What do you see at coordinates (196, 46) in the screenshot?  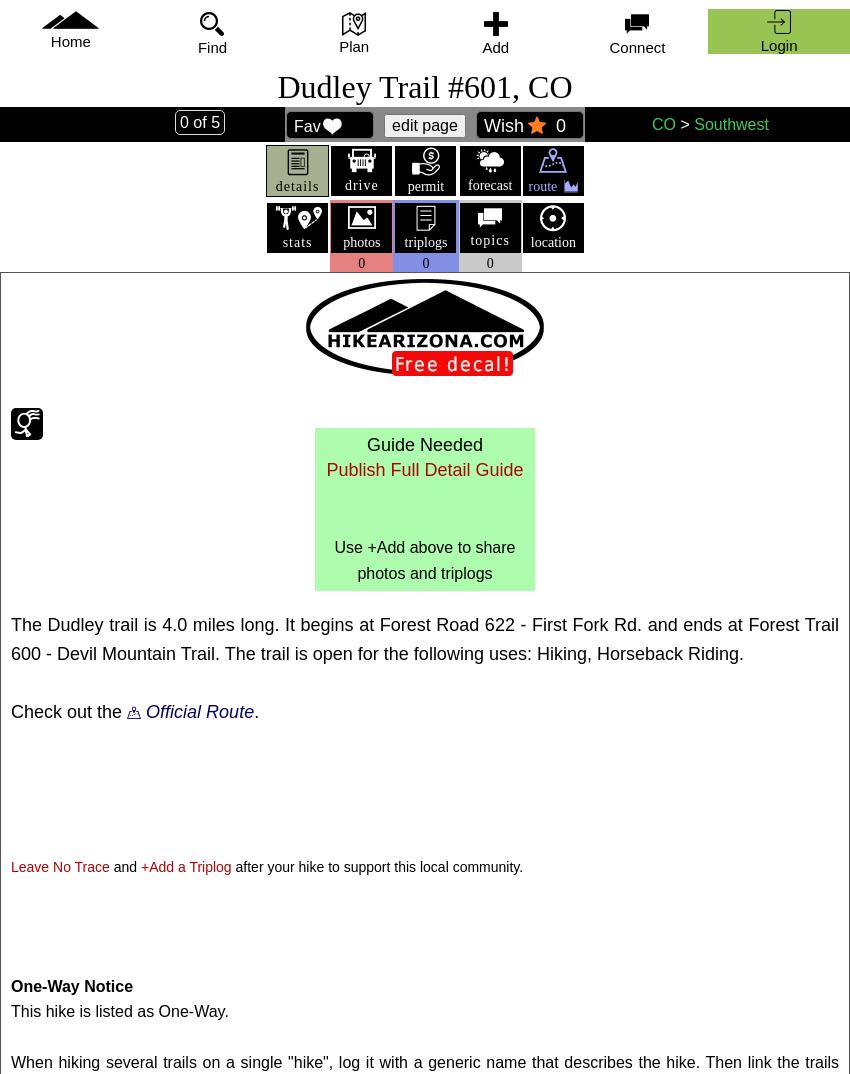 I see `'Find'` at bounding box center [196, 46].